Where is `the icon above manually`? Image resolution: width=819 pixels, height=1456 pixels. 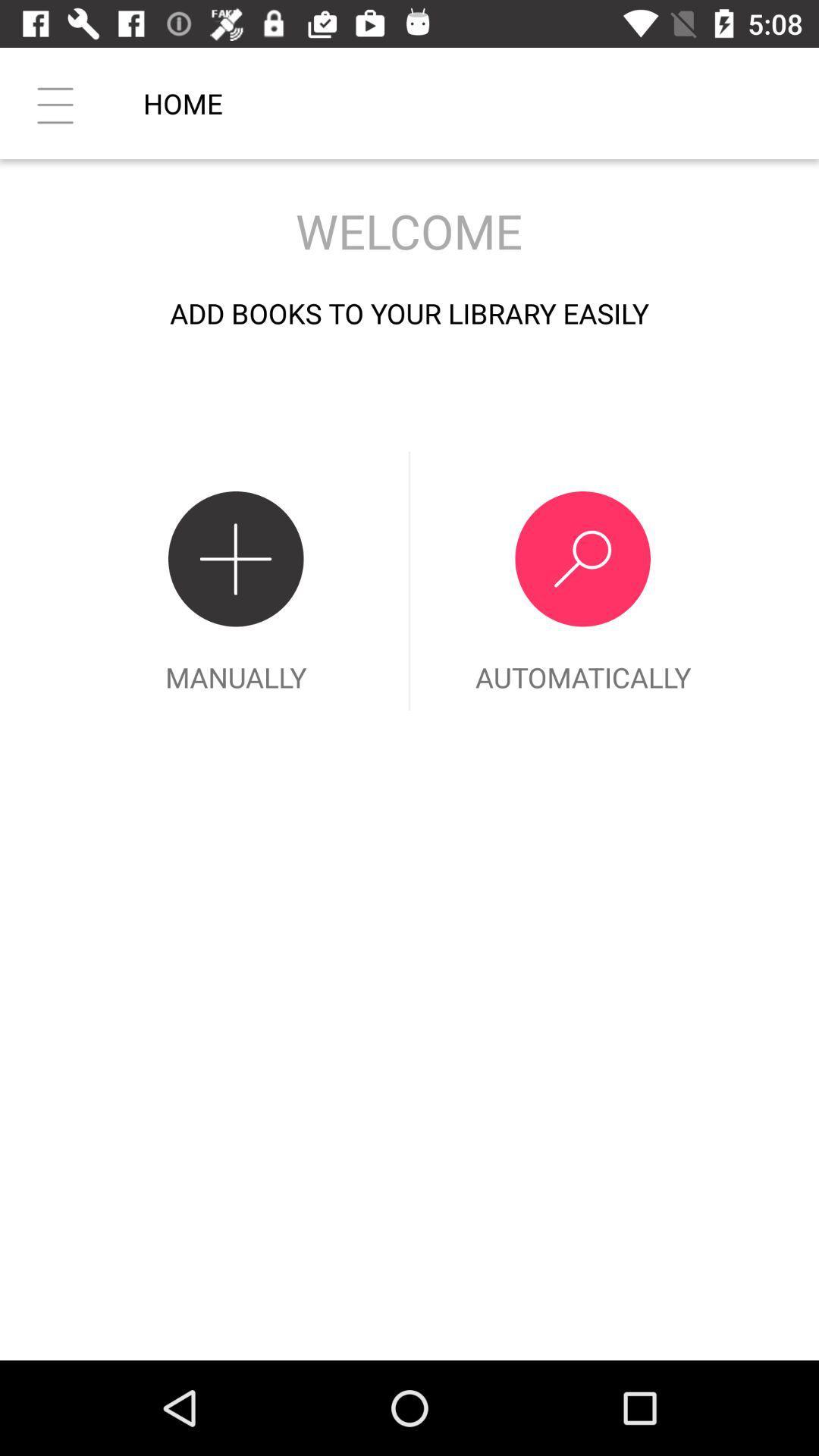
the icon above manually is located at coordinates (55, 102).